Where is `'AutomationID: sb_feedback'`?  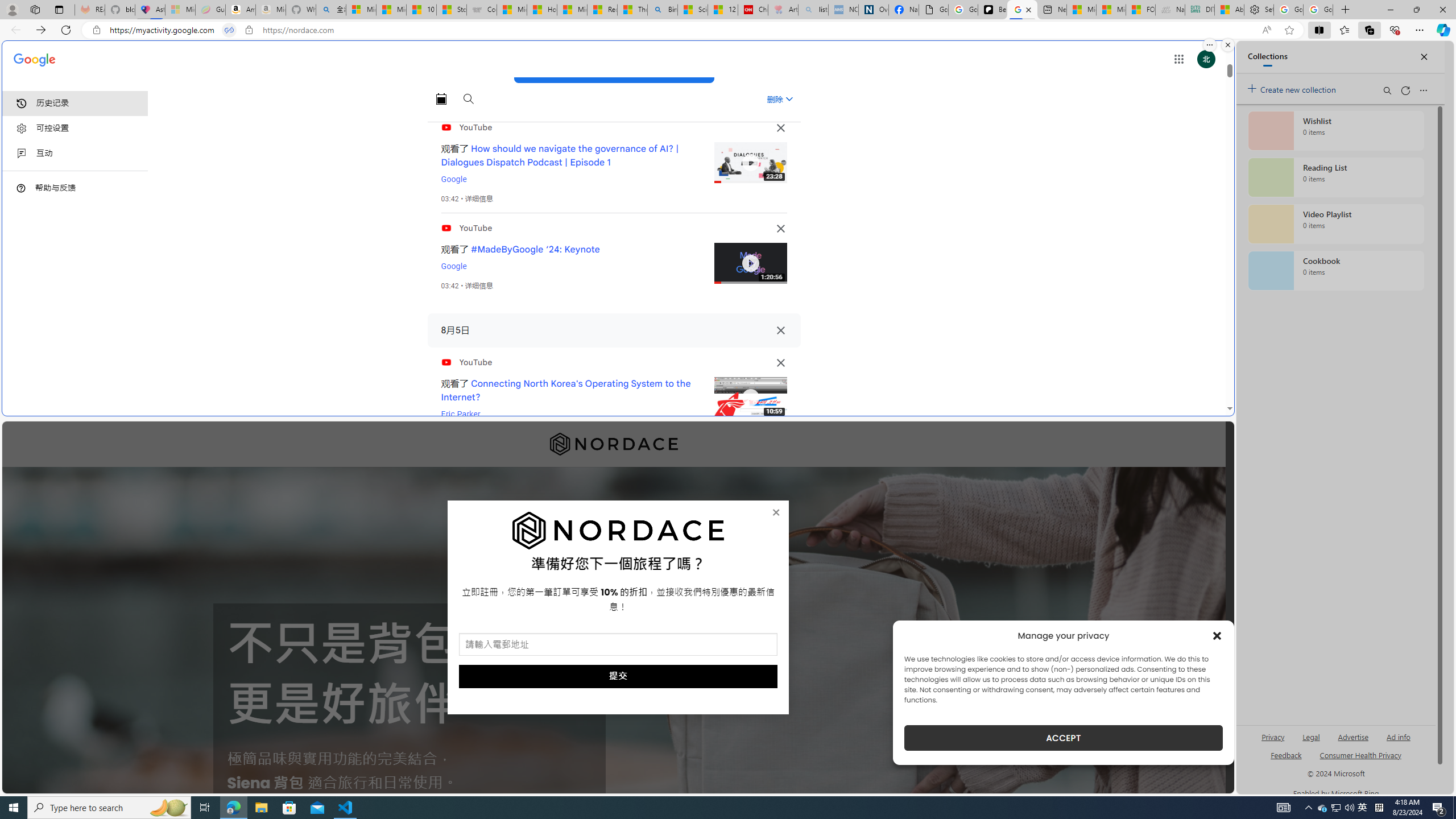 'AutomationID: sb_feedback' is located at coordinates (1286, 754).